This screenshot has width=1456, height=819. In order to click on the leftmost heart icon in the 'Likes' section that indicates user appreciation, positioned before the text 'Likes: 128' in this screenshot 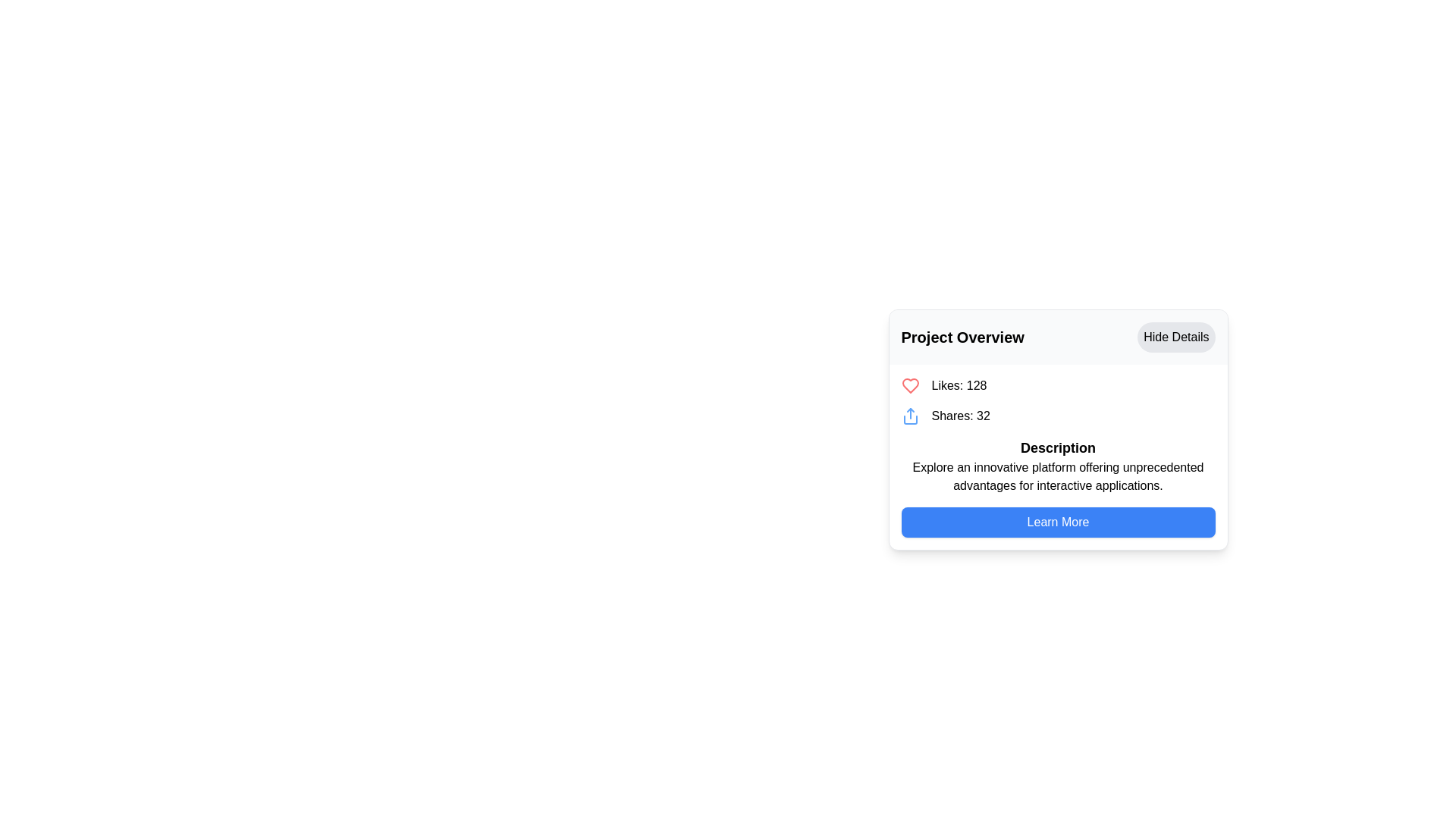, I will do `click(910, 385)`.